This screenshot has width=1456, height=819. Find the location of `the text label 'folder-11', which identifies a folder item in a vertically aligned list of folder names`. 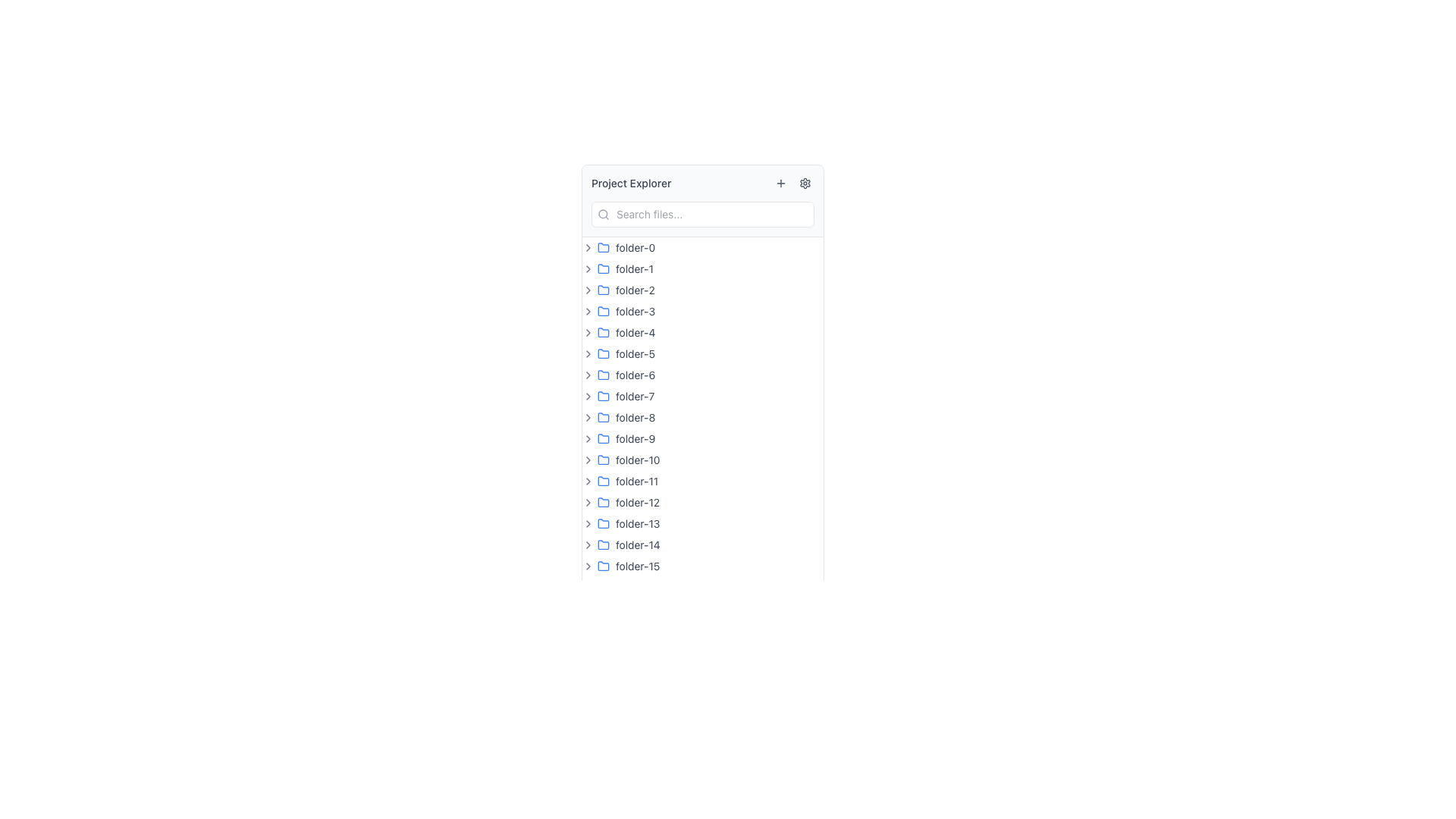

the text label 'folder-11', which identifies a folder item in a vertically aligned list of folder names is located at coordinates (637, 482).